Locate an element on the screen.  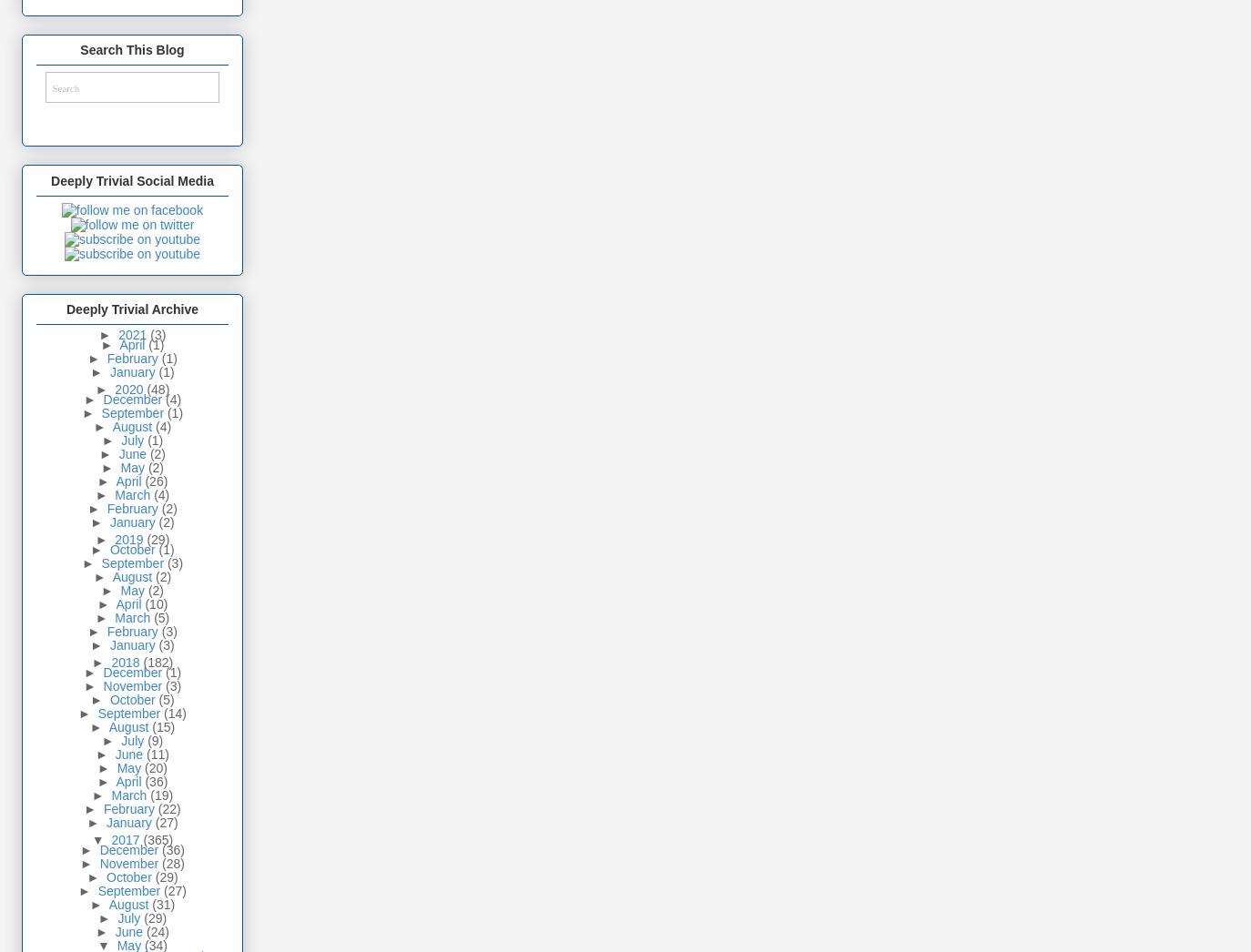
'(48)' is located at coordinates (146, 387).